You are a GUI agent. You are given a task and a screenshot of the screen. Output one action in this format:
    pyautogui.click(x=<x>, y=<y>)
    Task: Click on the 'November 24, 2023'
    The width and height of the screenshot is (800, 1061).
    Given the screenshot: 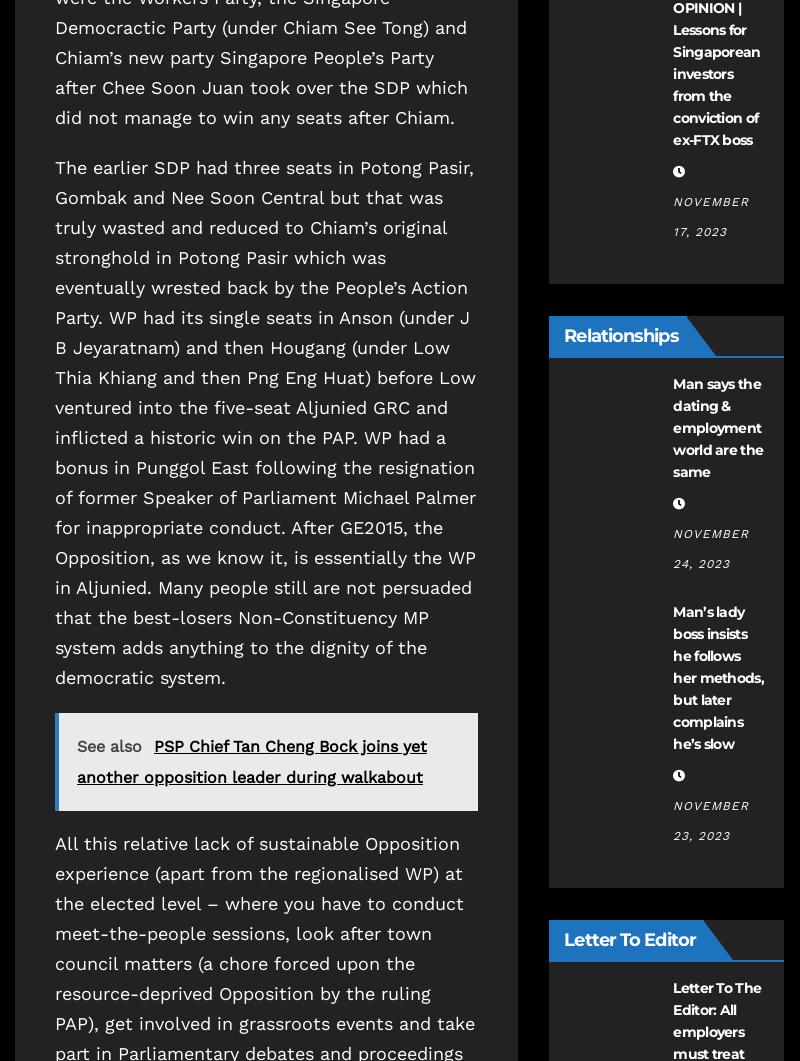 What is the action you would take?
    pyautogui.click(x=710, y=547)
    